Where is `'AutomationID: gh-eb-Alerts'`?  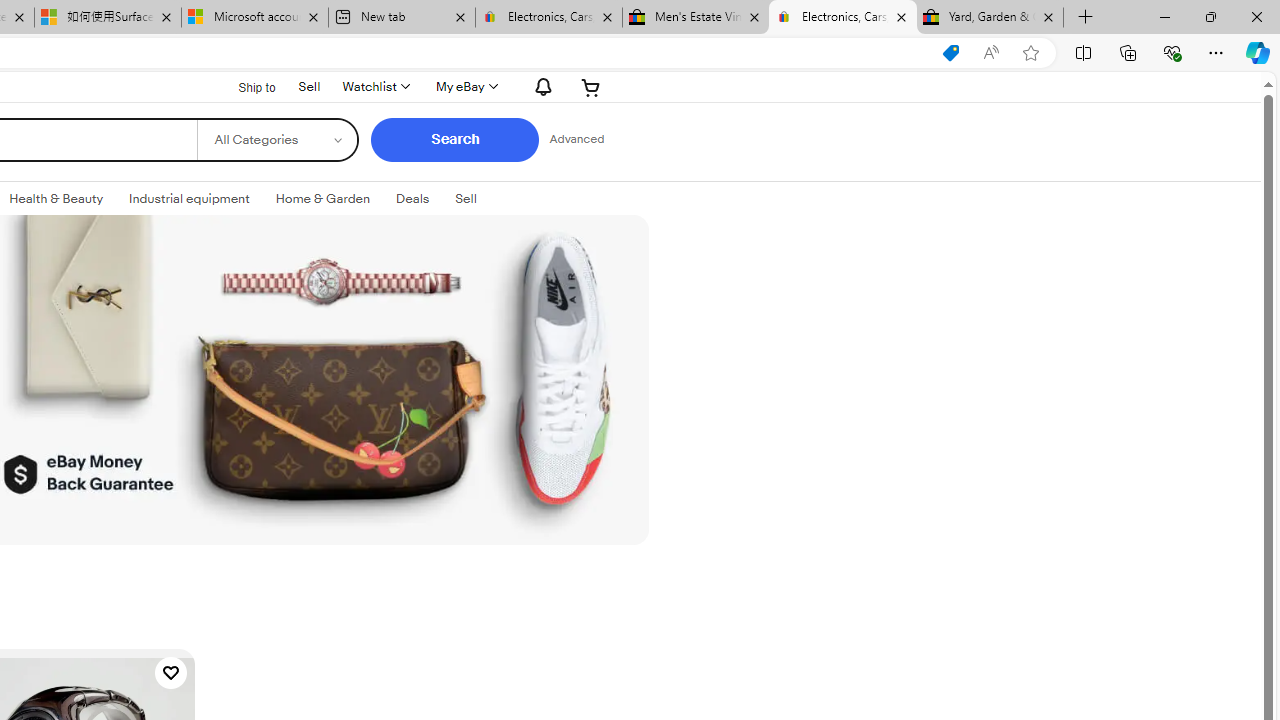 'AutomationID: gh-eb-Alerts' is located at coordinates (540, 85).